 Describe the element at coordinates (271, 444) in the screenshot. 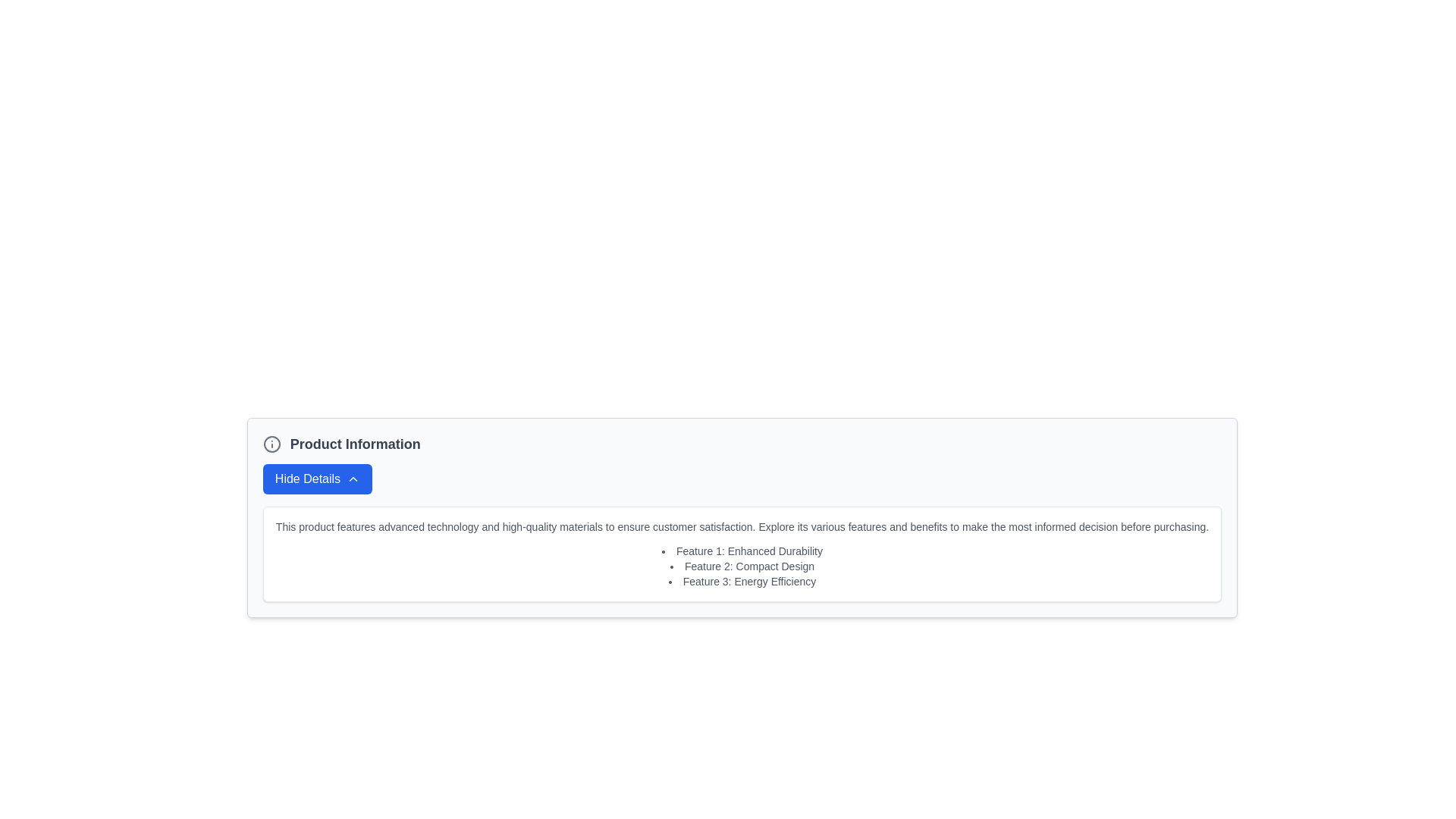

I see `the informational icon located to the left of the 'Product Information' text, which signals additional information about a product` at that location.